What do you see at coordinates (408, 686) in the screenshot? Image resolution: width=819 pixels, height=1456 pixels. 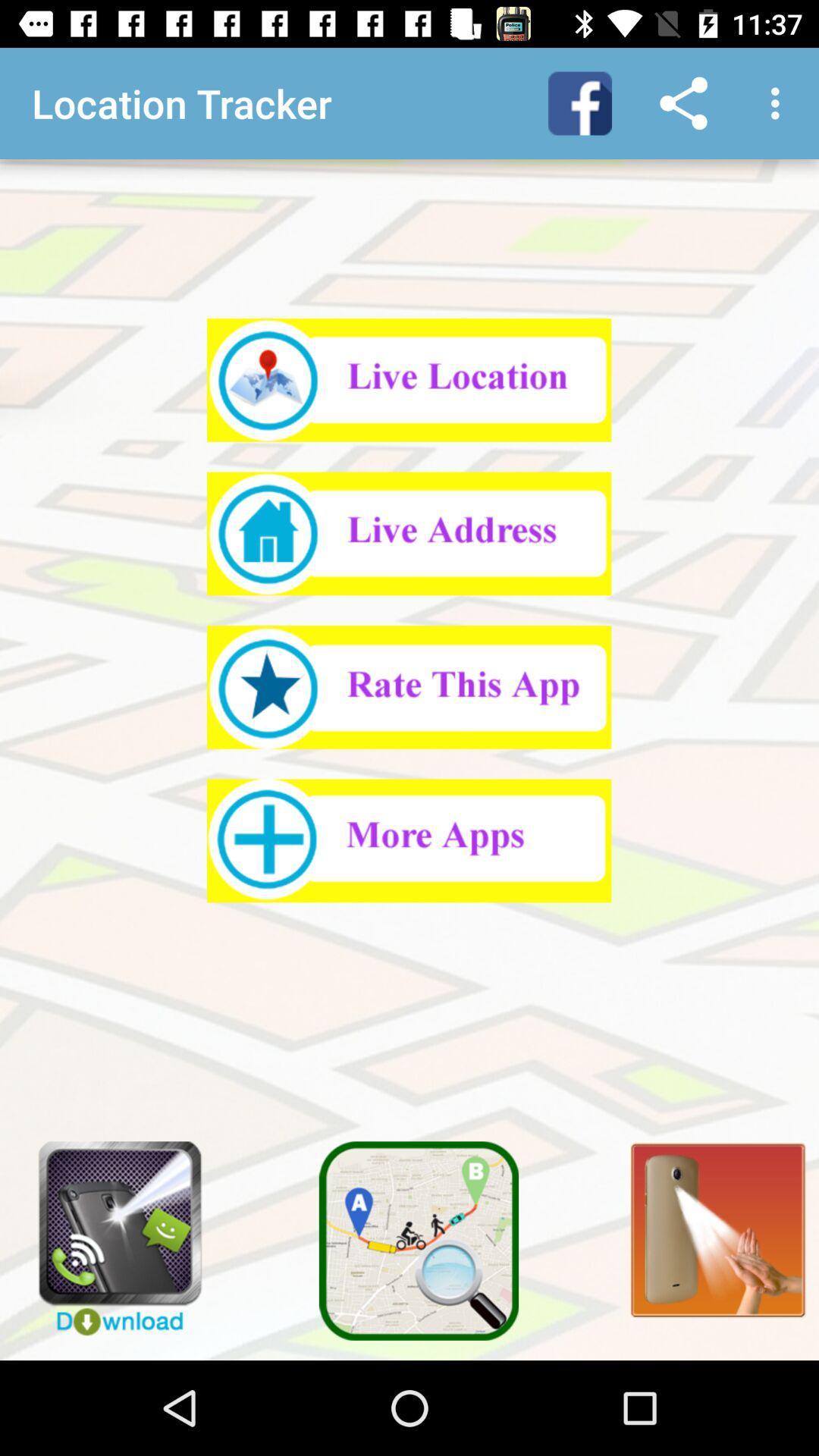 I see `the highlighted area wants people to rate the app` at bounding box center [408, 686].